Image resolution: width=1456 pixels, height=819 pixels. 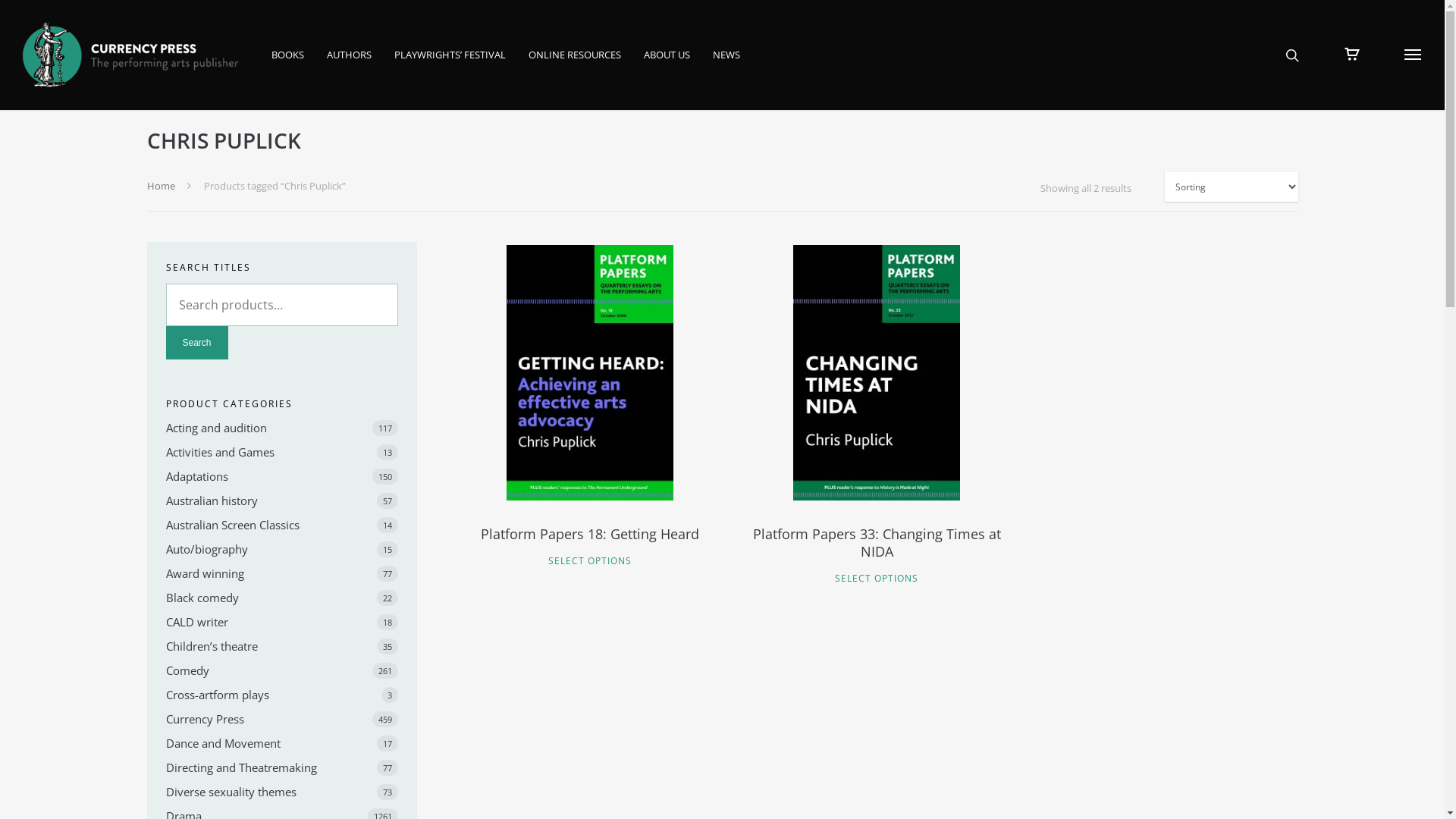 I want to click on 'Platform Papers 33: Changing Times at NIDA', so click(x=876, y=551).